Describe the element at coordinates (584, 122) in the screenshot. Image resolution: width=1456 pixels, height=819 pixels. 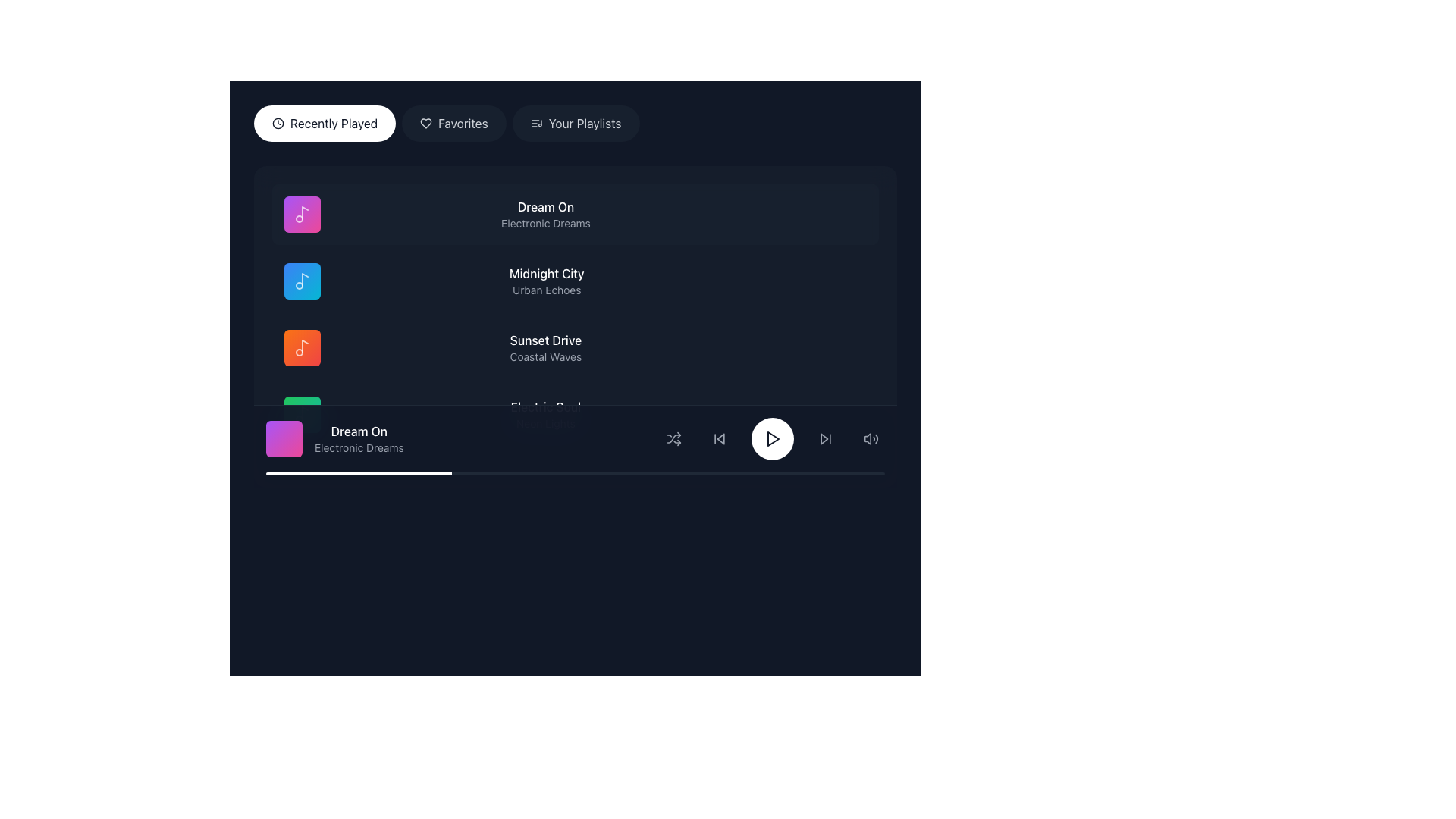
I see `the third navigation button labeled as a Text Label` at that location.